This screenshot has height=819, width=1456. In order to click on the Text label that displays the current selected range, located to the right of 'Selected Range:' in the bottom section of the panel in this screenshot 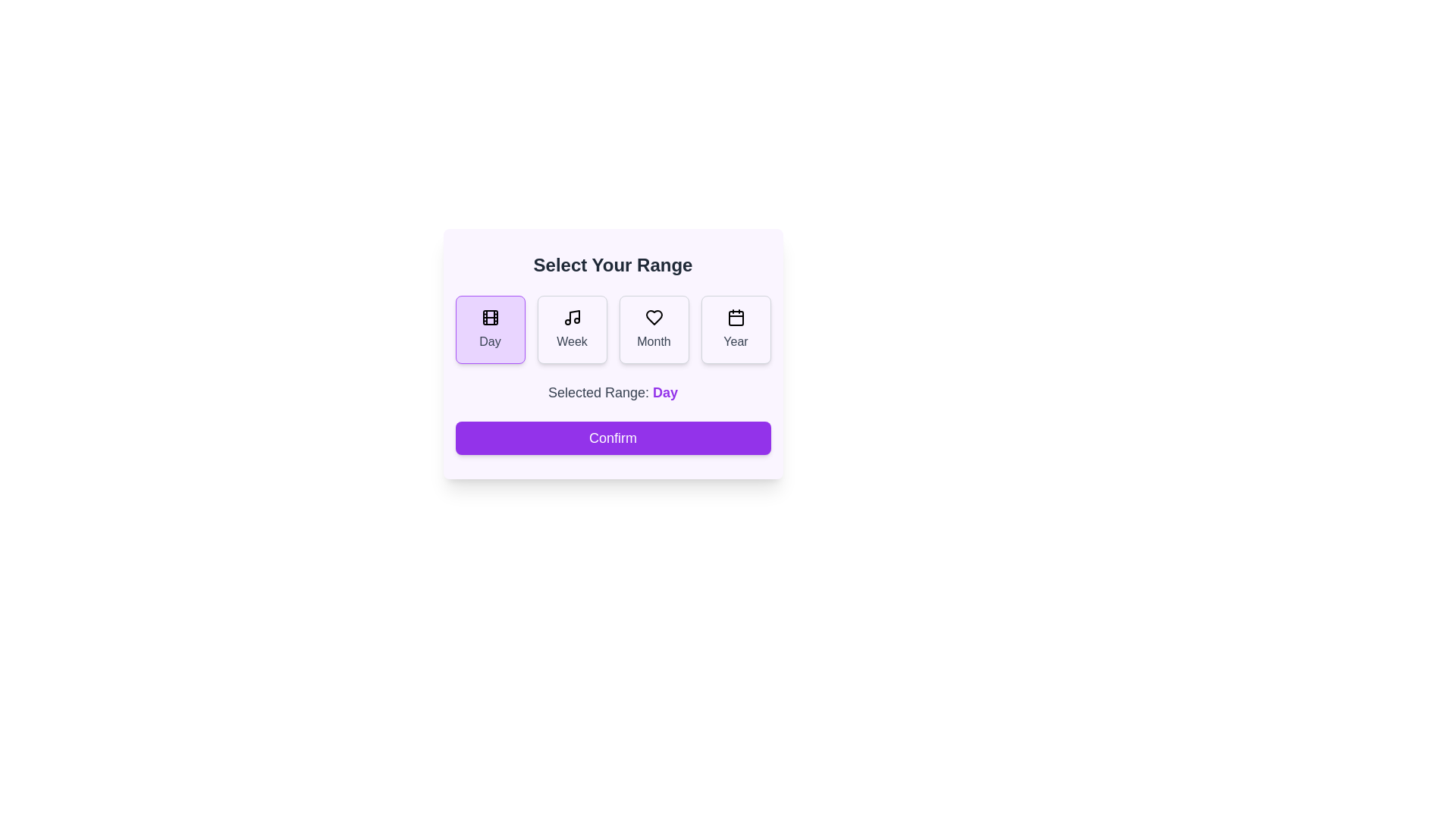, I will do `click(665, 391)`.